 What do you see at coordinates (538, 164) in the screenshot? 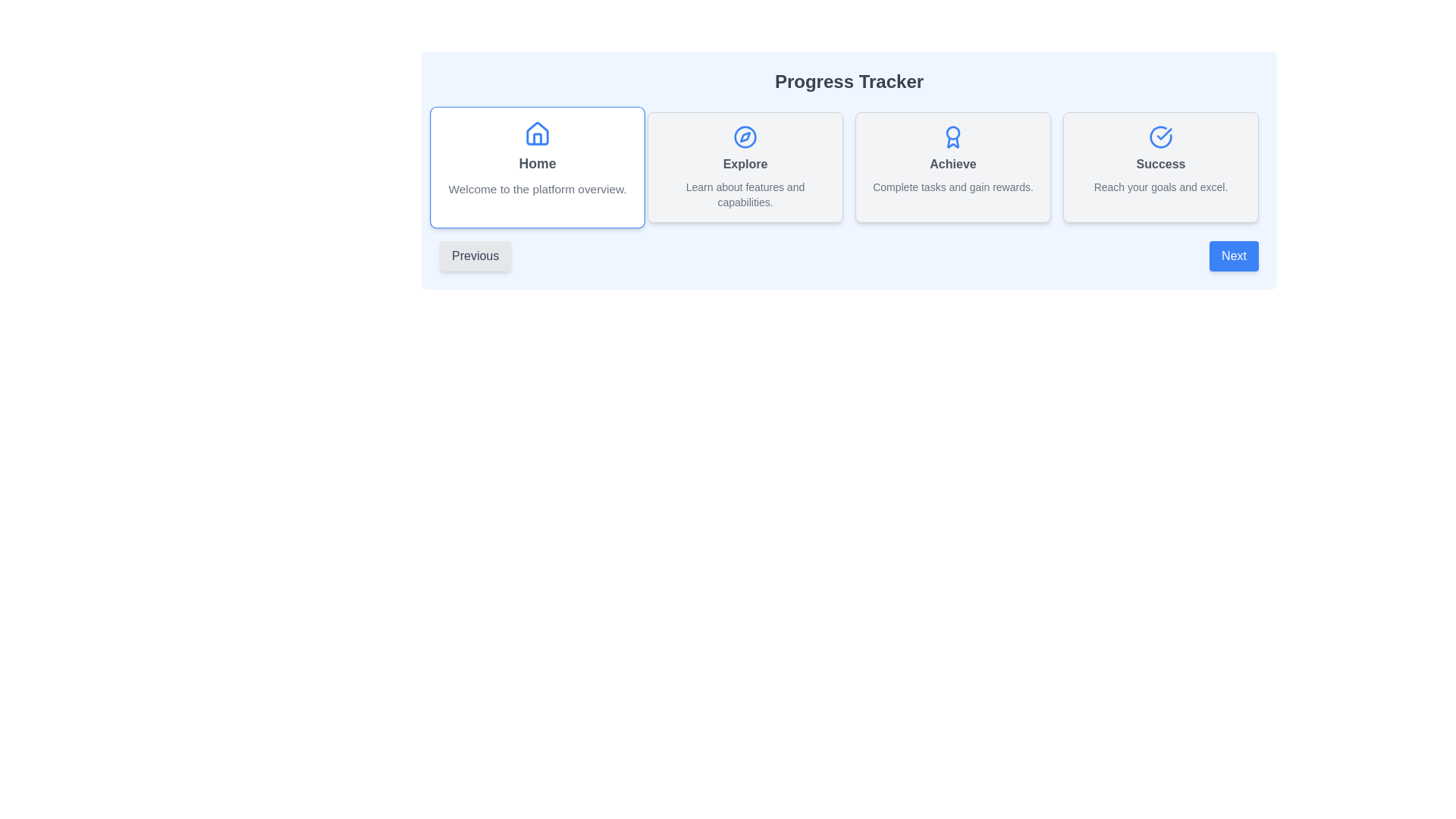
I see `the text label that says 'Home', which is bold and gray, located within the first card in a series of four, beneath a blue house icon` at bounding box center [538, 164].